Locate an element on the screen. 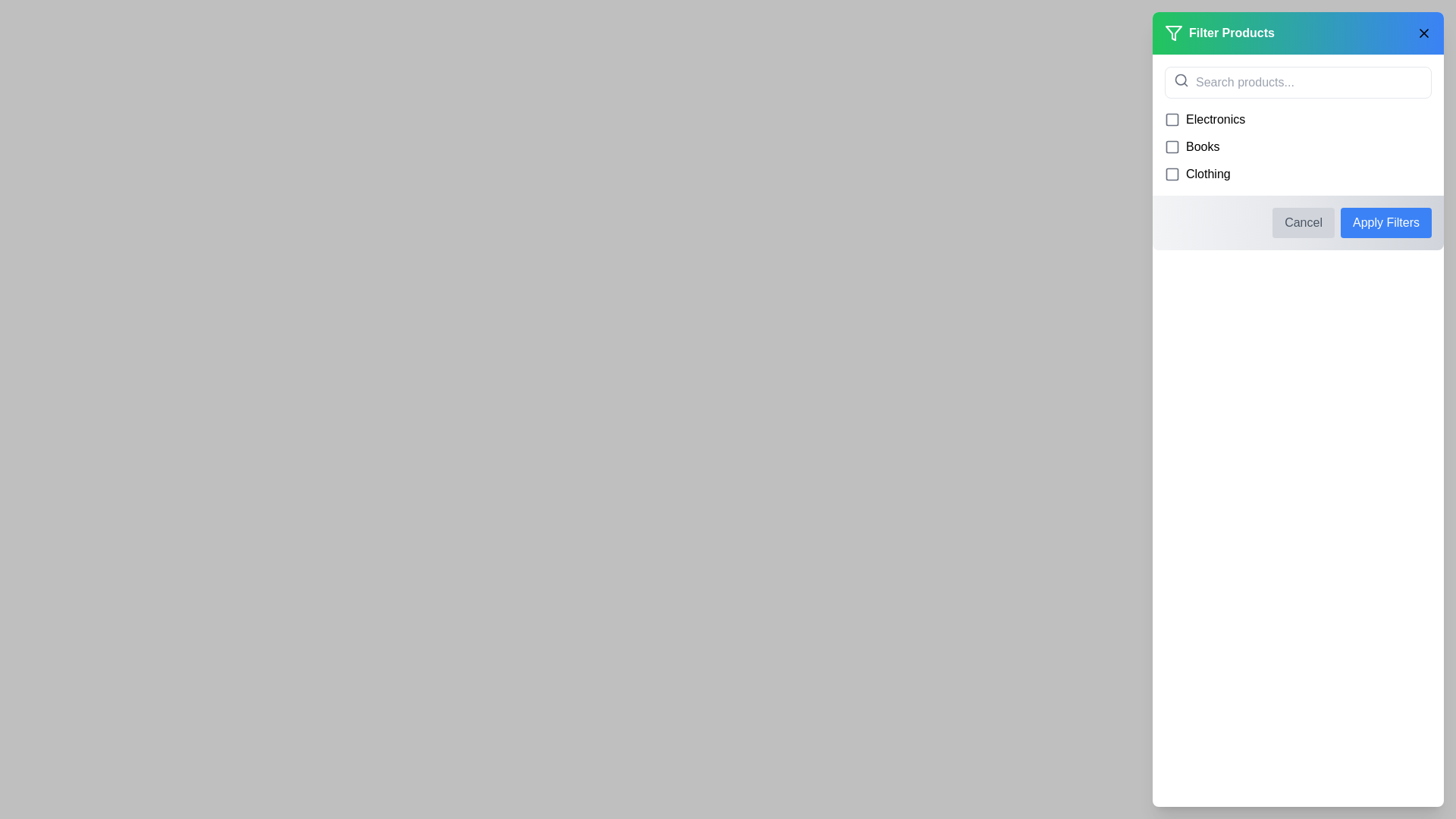  the checkbox indicator for selecting the 'Clothing' filter option is located at coordinates (1171, 174).